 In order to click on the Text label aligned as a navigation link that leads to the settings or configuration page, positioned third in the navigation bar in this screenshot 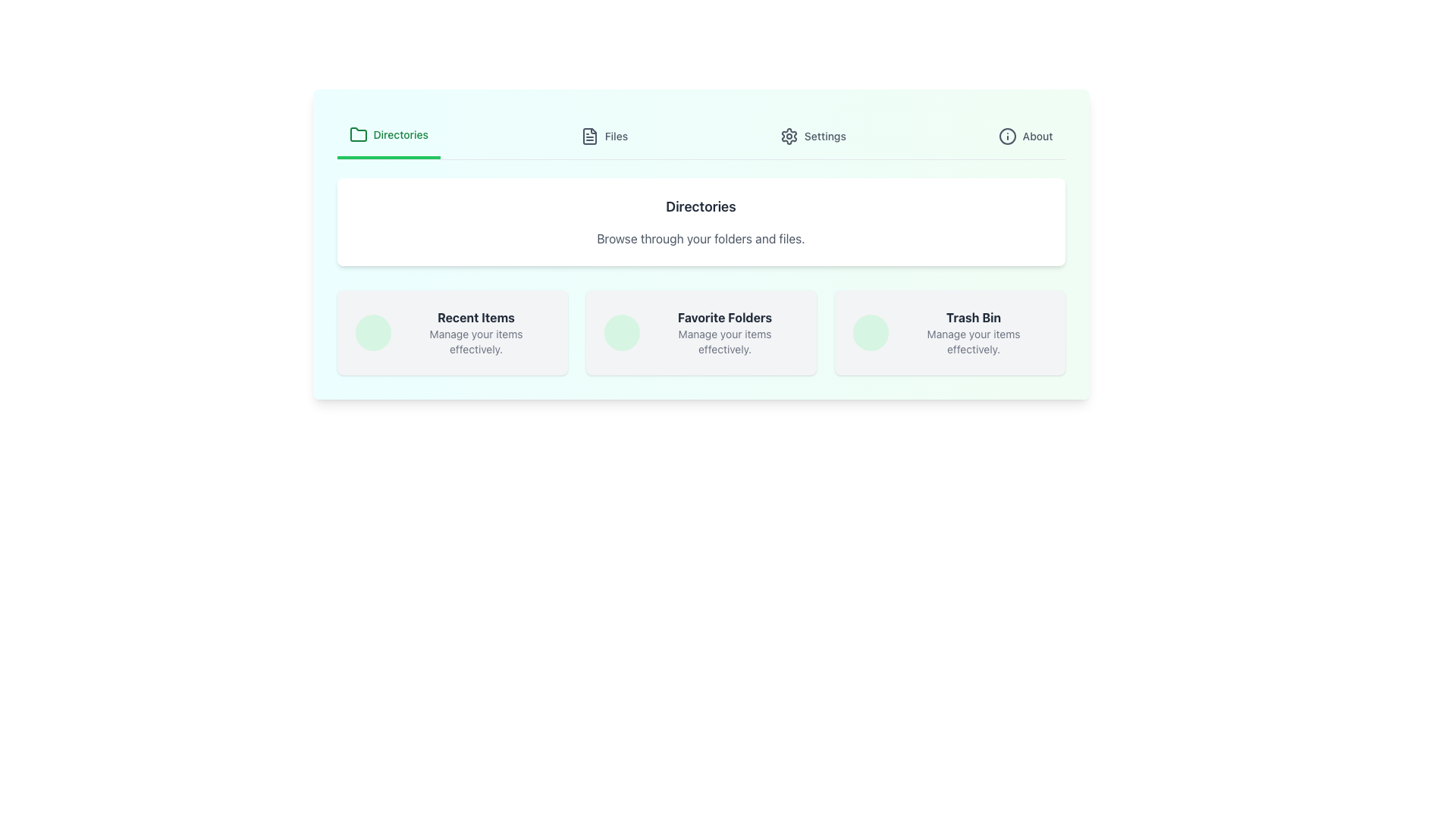, I will do `click(824, 136)`.